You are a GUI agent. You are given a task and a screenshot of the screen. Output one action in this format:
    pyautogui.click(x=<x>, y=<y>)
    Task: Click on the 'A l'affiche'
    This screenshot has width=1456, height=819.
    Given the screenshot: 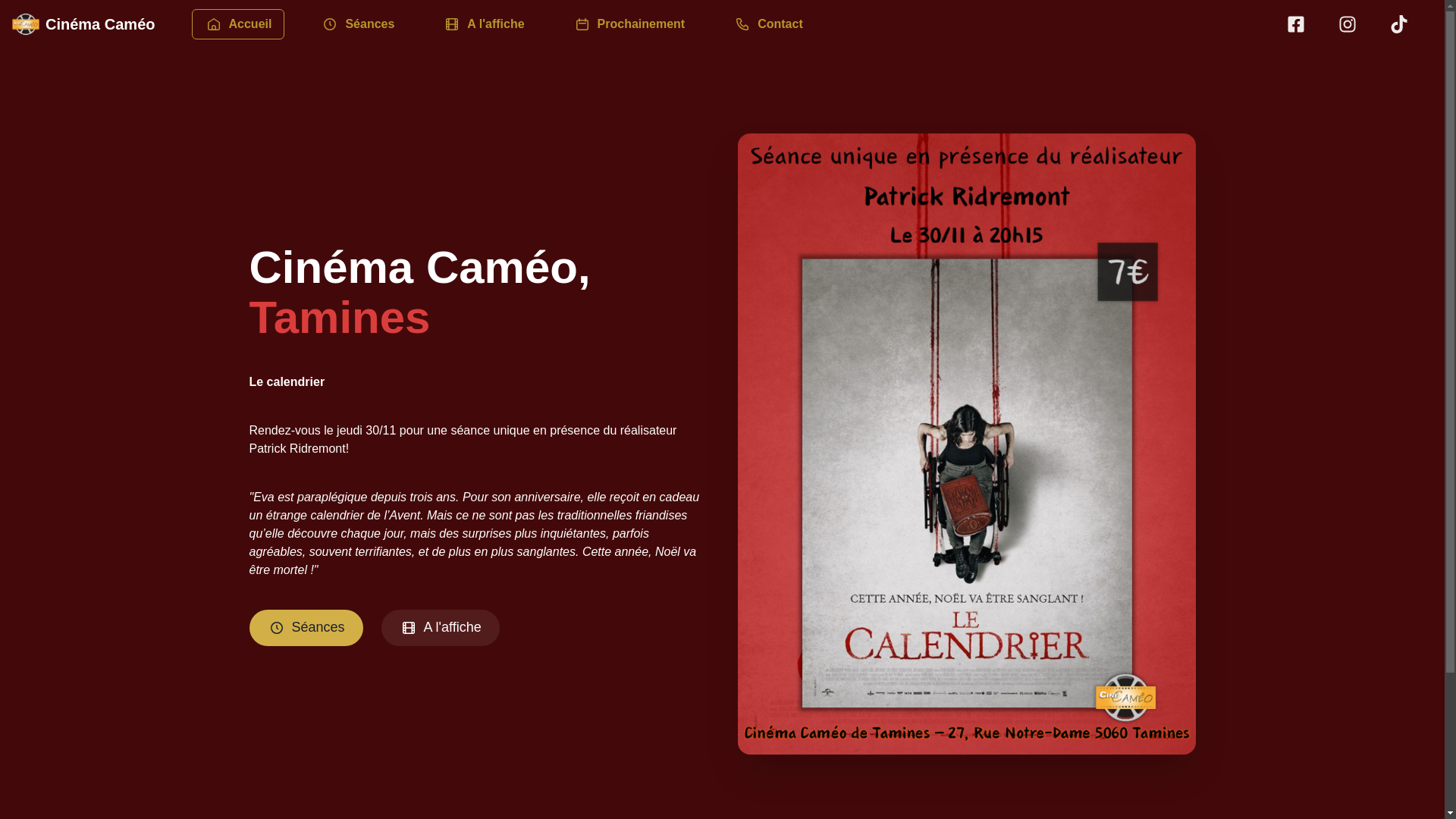 What is the action you would take?
    pyautogui.click(x=429, y=24)
    